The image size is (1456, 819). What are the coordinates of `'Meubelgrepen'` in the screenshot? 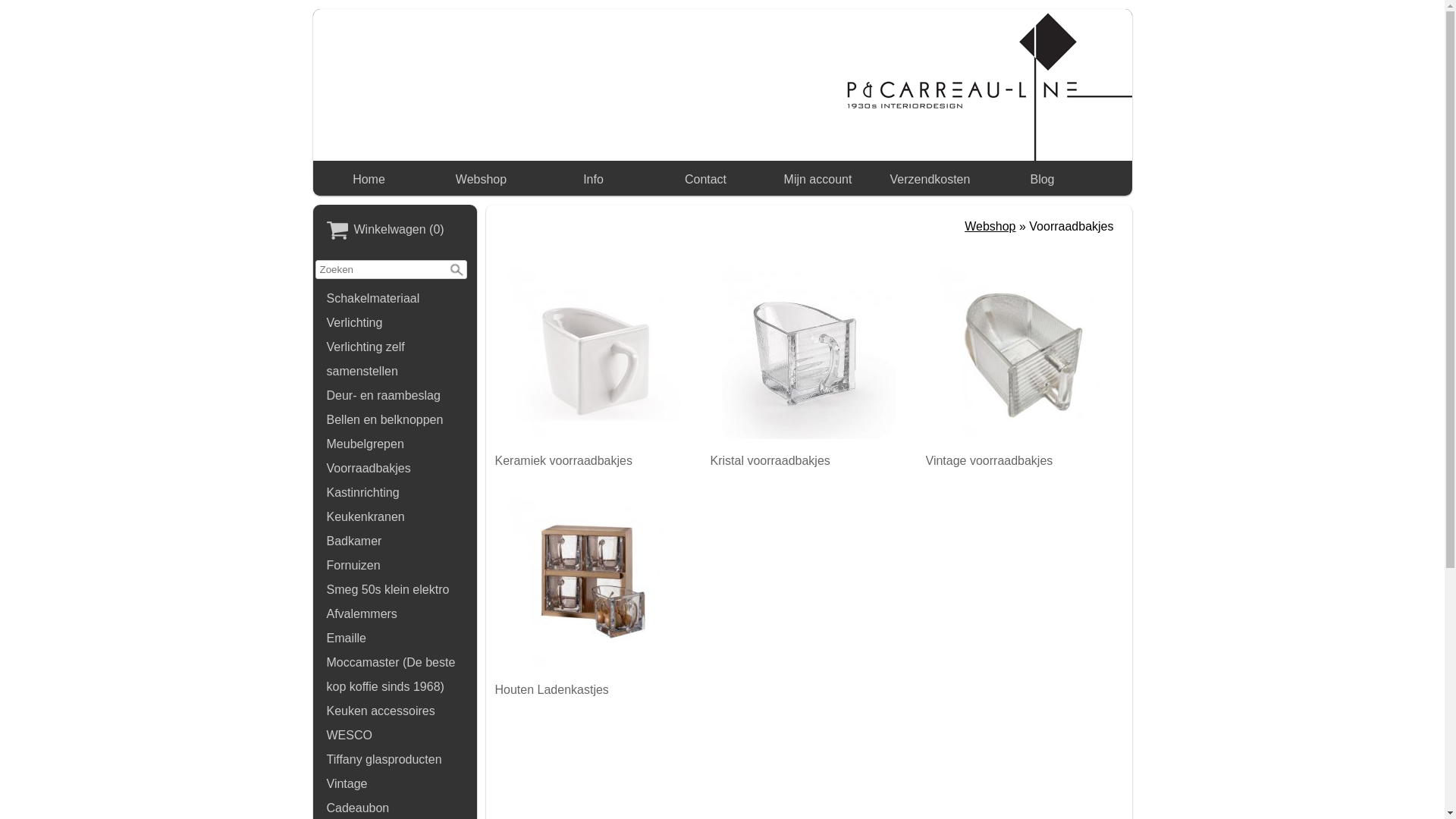 It's located at (395, 444).